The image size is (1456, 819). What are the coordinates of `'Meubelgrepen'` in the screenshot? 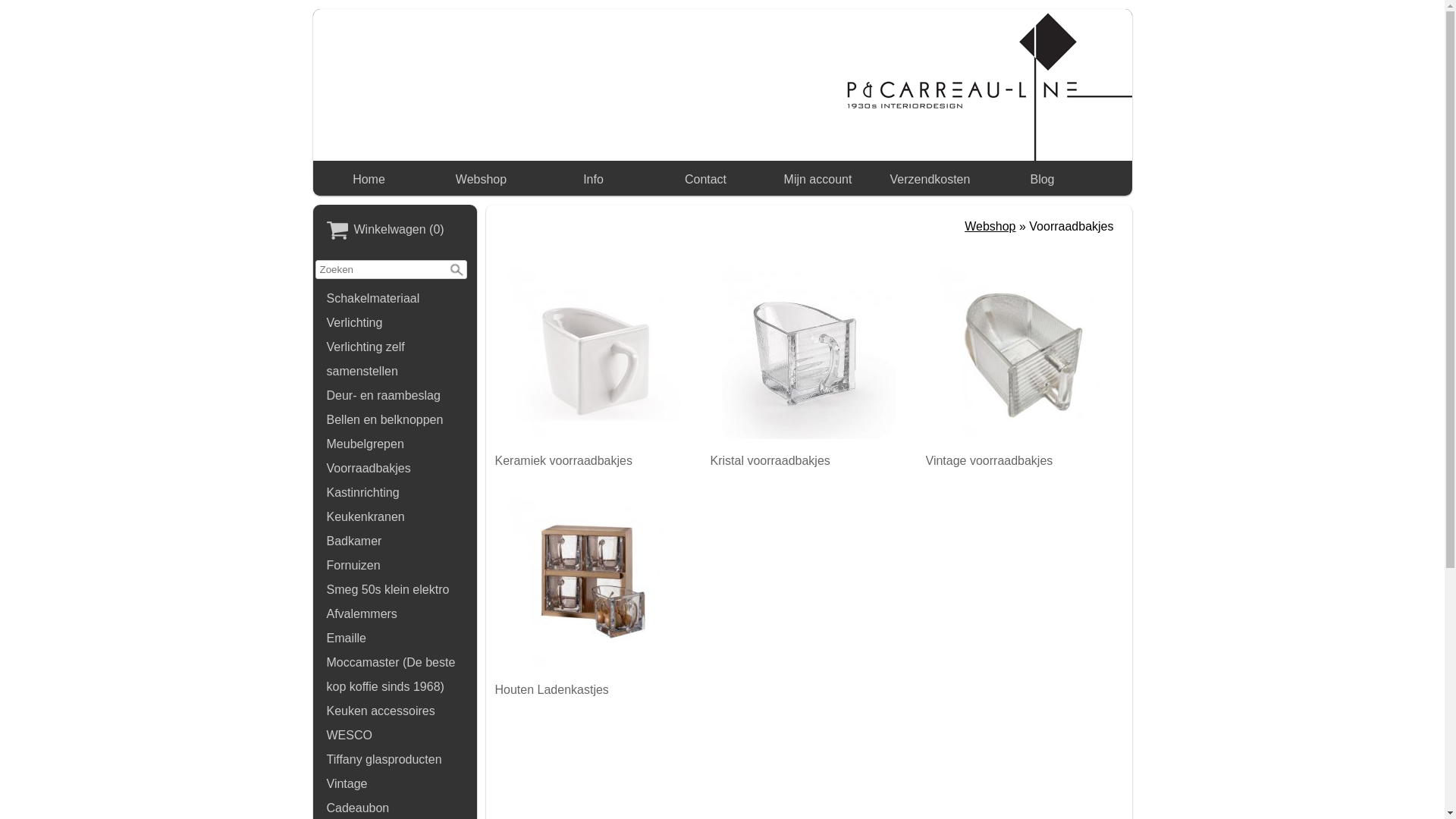 It's located at (395, 444).